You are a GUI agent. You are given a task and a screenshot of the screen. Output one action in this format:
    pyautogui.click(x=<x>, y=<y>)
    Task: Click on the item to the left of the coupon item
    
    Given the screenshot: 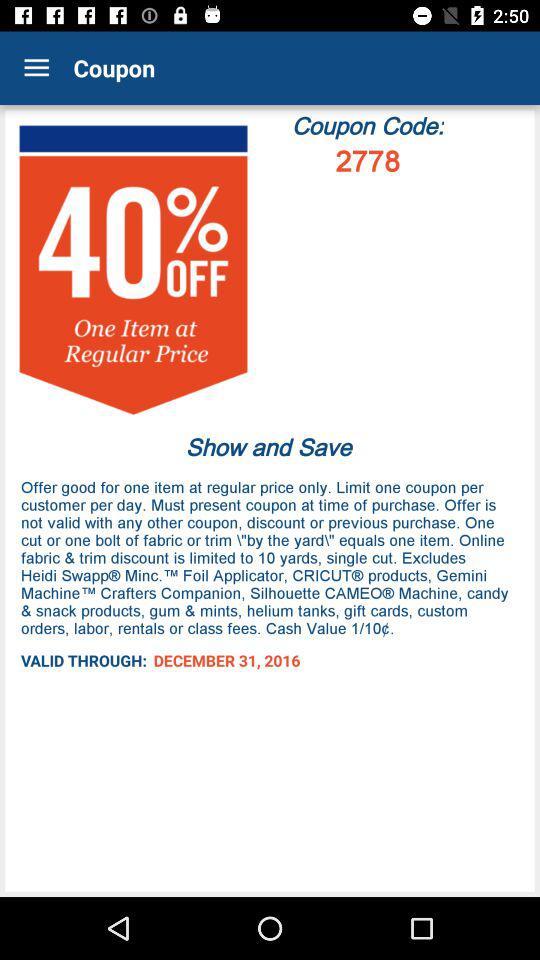 What is the action you would take?
    pyautogui.click(x=36, y=68)
    